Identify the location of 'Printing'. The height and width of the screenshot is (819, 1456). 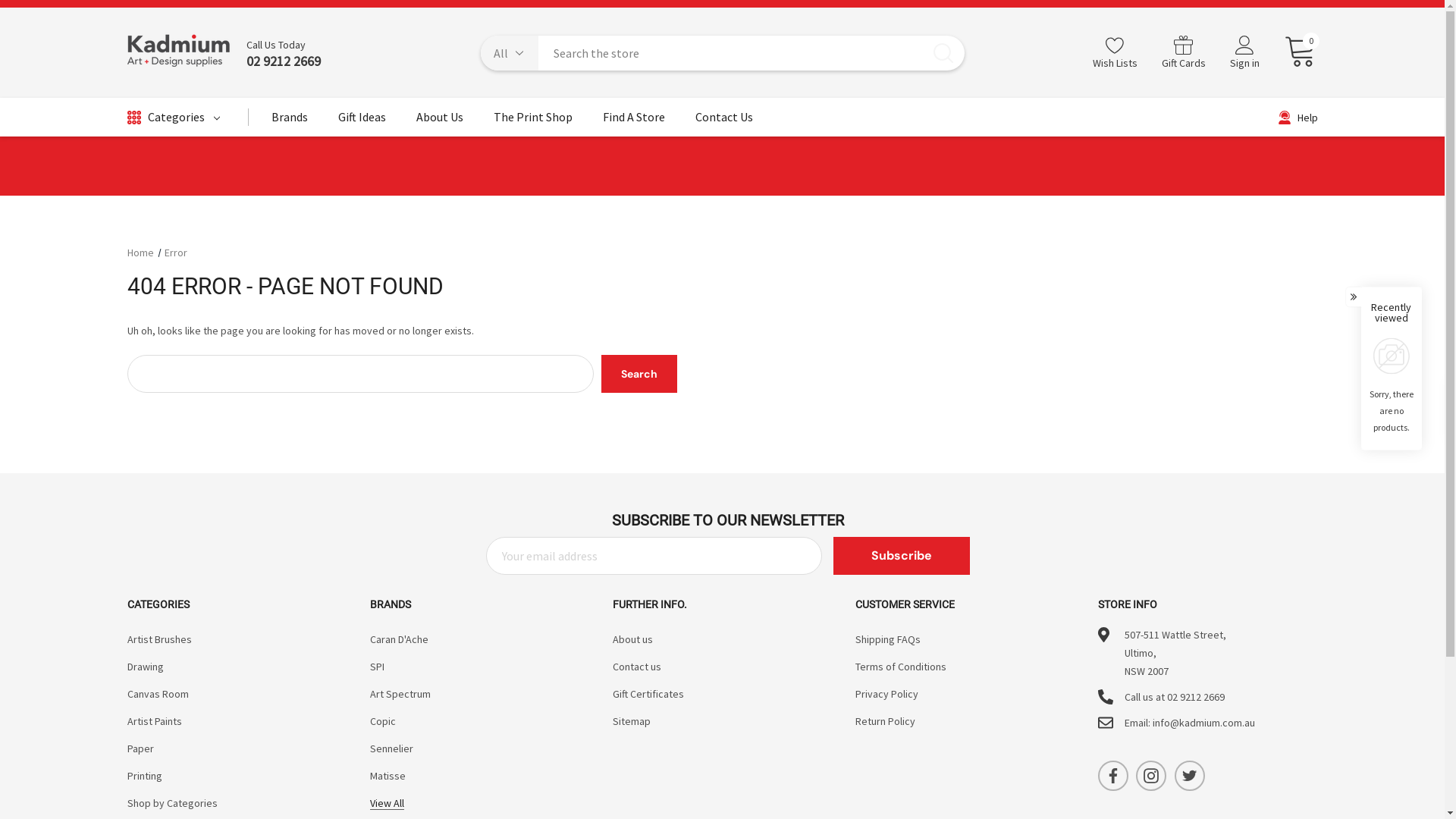
(127, 775).